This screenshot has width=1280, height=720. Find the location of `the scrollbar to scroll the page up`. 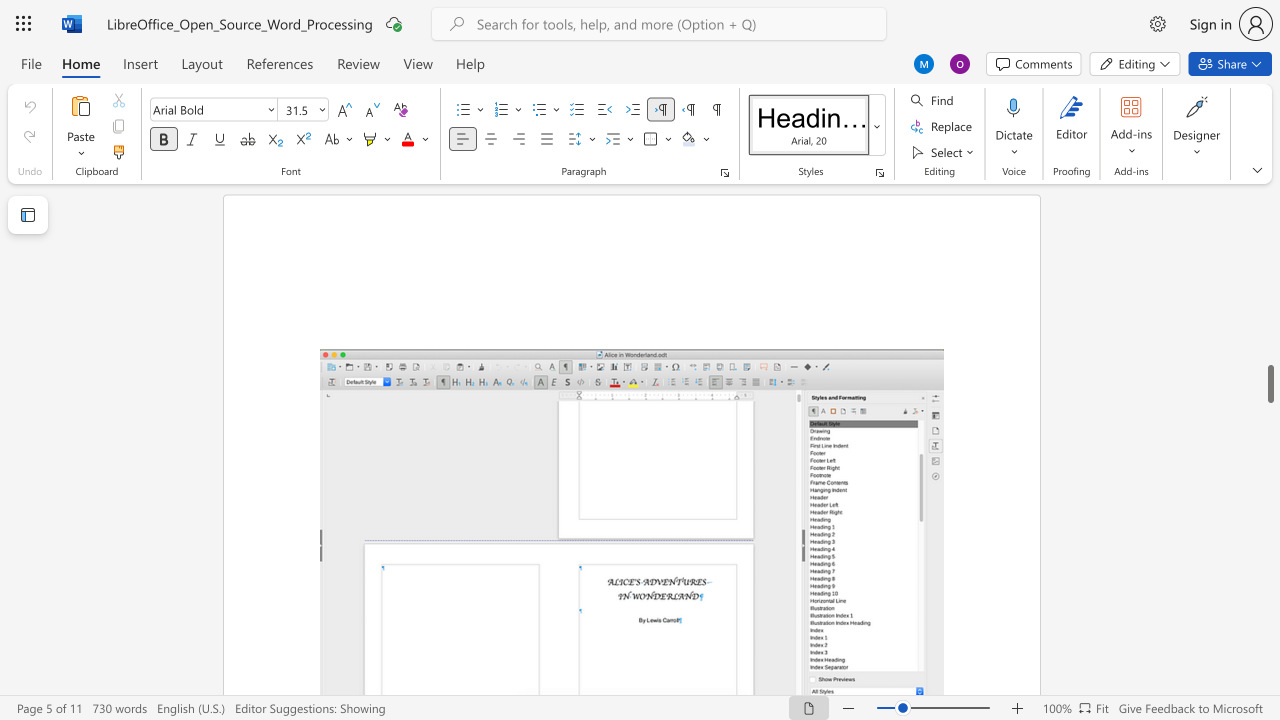

the scrollbar to scroll the page up is located at coordinates (1269, 290).